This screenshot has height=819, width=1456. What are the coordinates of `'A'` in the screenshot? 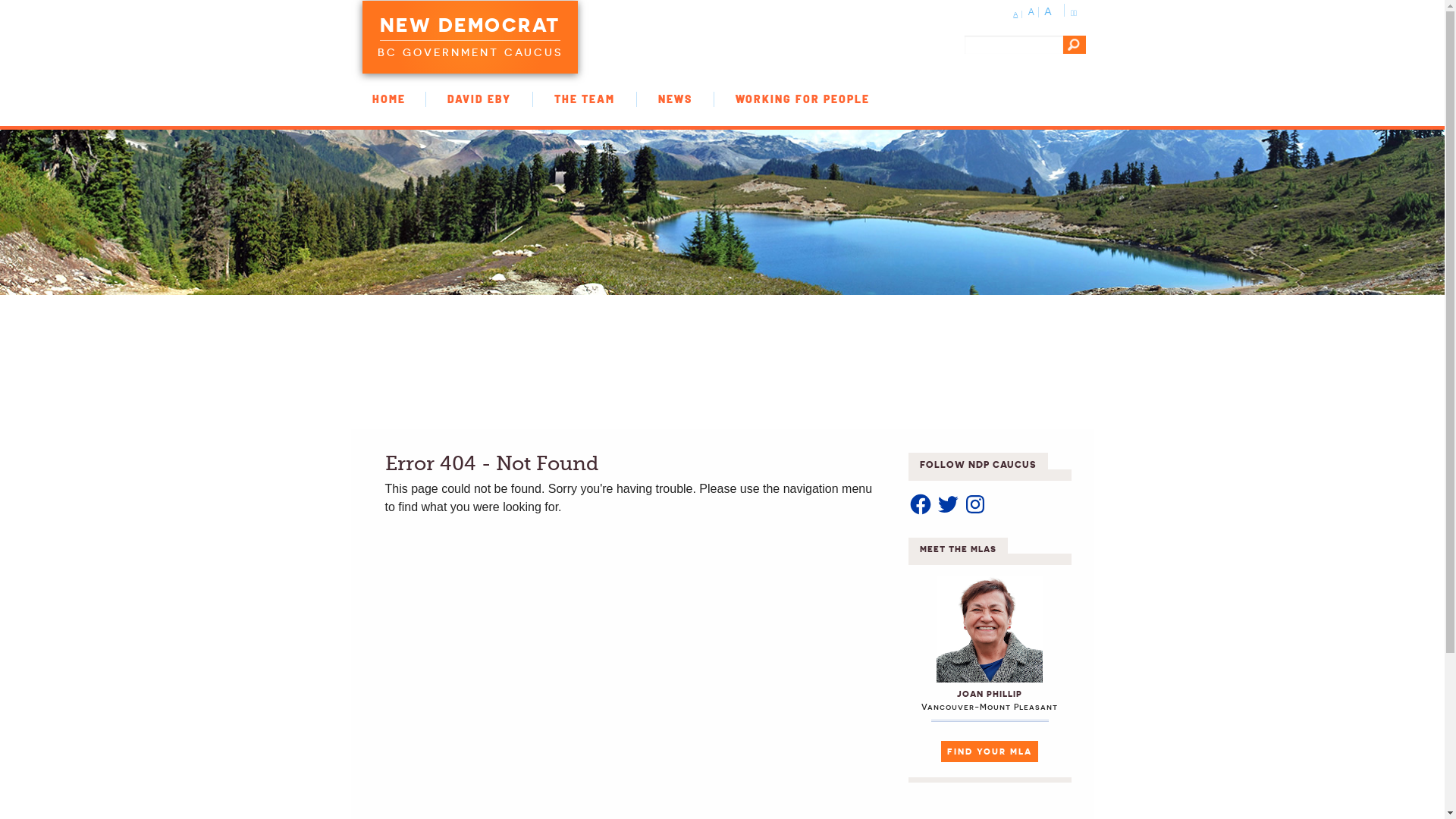 It's located at (1012, 14).